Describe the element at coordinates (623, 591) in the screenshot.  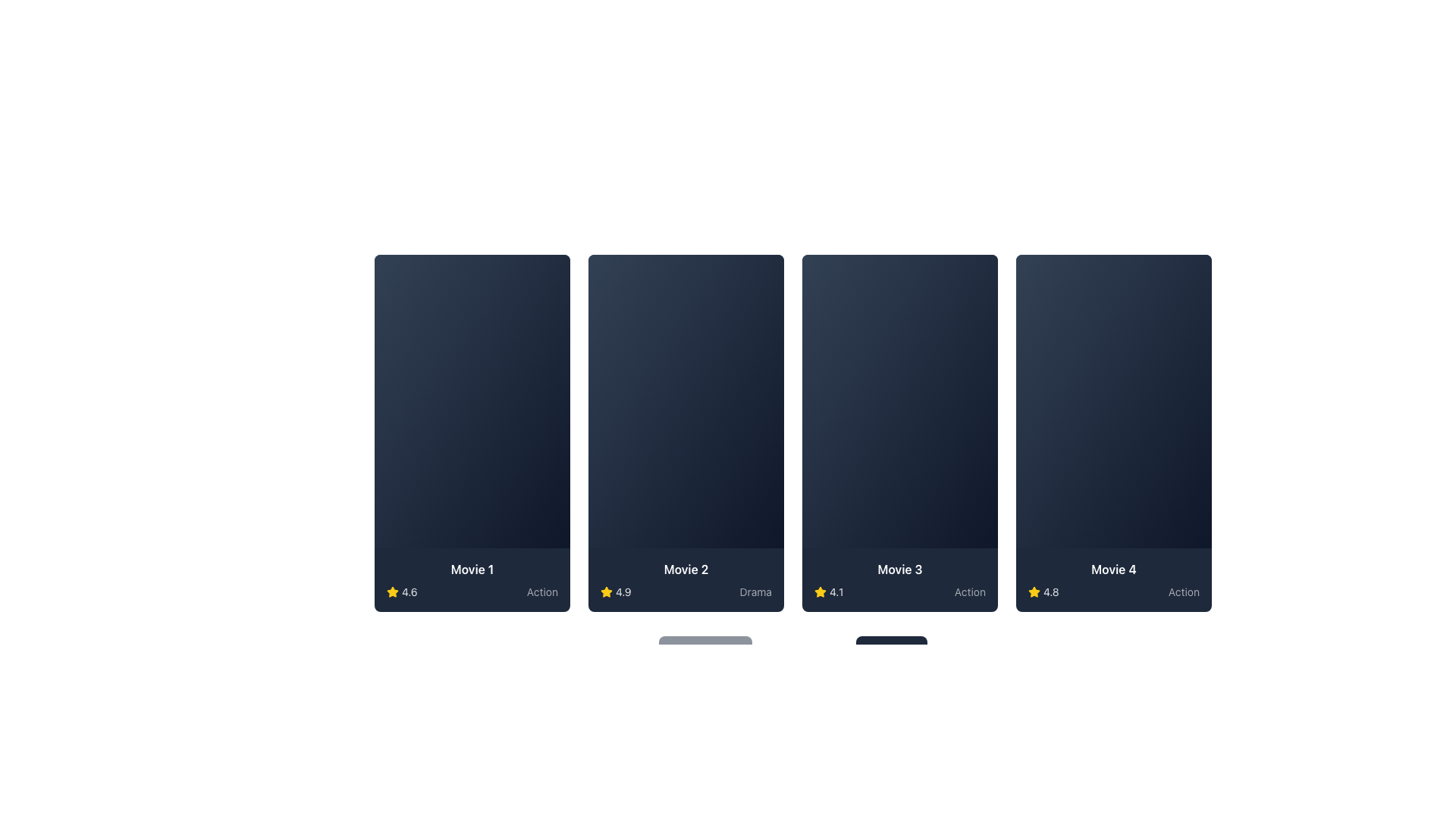
I see `the static text label displaying '4.9', which is a numeric text in white color with 90% opacity, located to the right of a yellow star icon in the second card of a grid layout` at that location.